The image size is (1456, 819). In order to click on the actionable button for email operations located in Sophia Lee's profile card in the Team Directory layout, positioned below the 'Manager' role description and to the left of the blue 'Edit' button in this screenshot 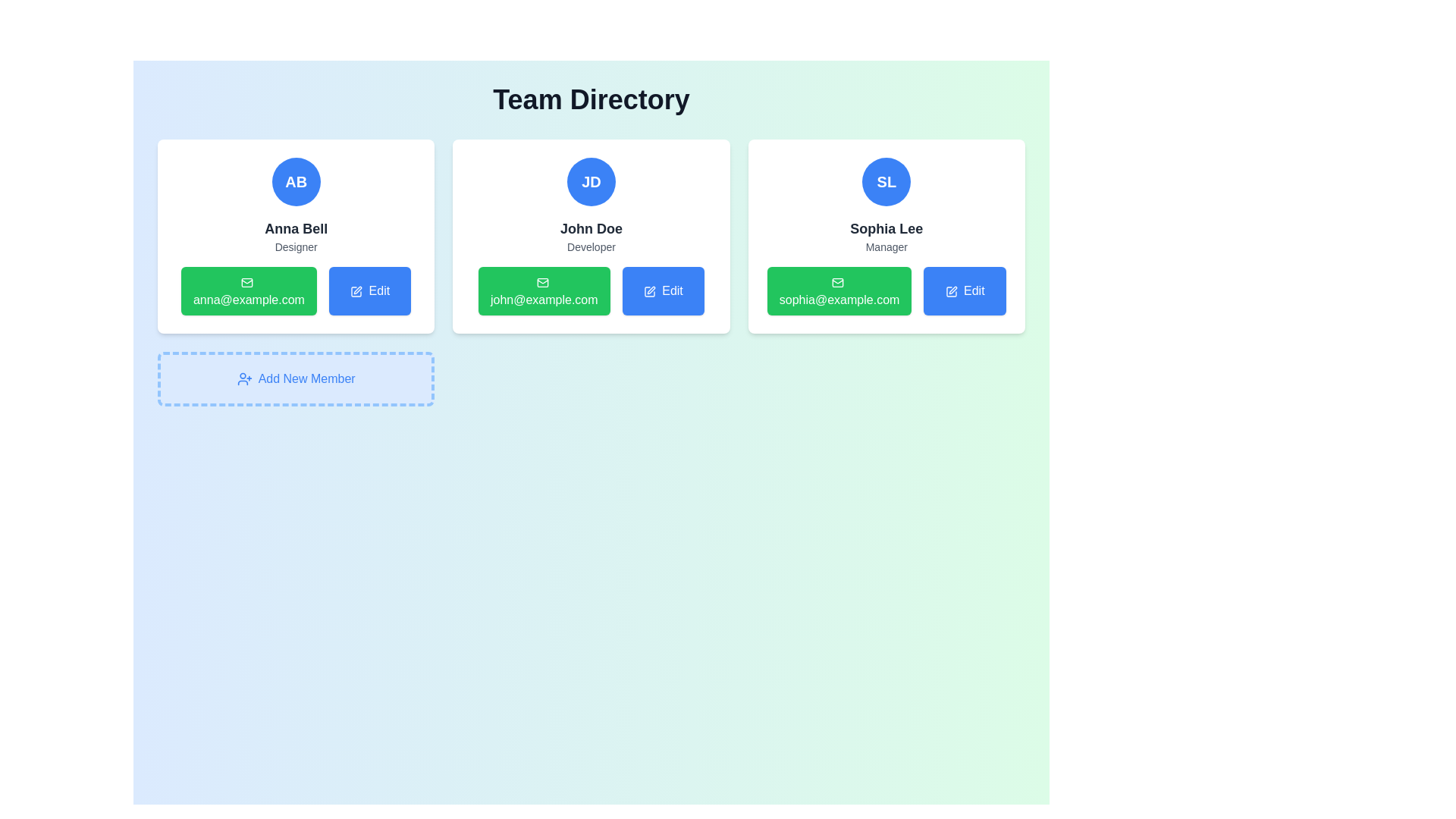, I will do `click(839, 291)`.